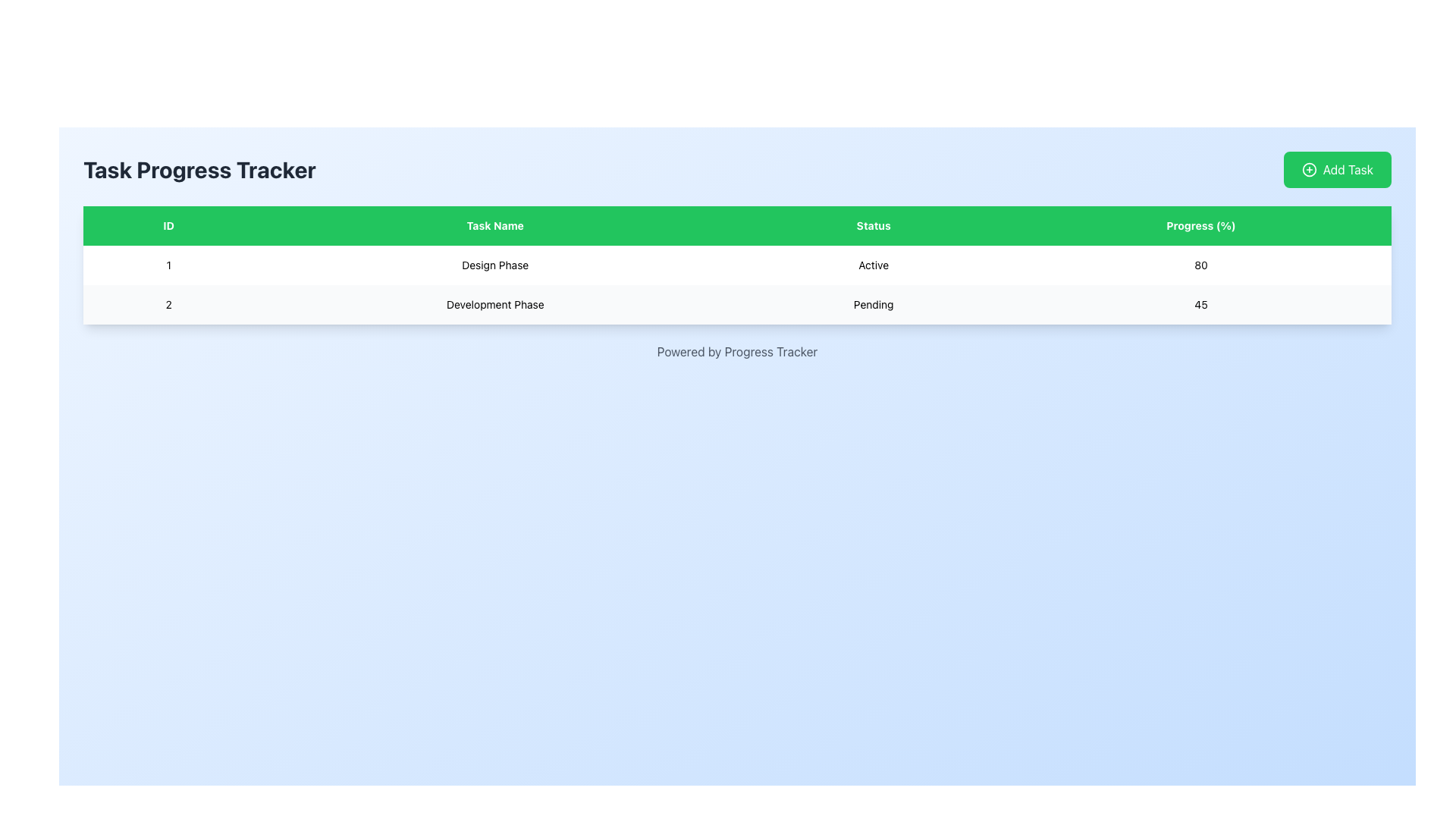 The width and height of the screenshot is (1456, 819). I want to click on the circular decorative element that is part of the 'Add Task' button, located at the top-right corner of the interface, so click(1308, 169).